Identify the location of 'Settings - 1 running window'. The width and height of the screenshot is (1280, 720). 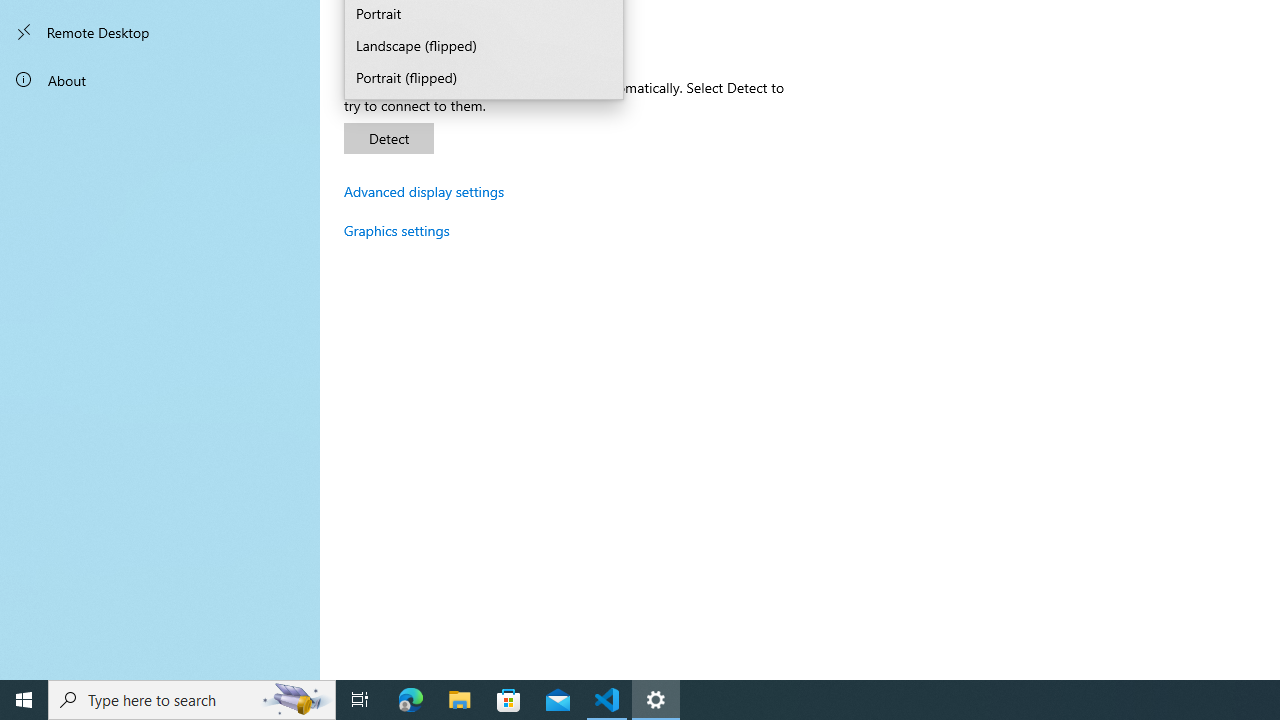
(656, 698).